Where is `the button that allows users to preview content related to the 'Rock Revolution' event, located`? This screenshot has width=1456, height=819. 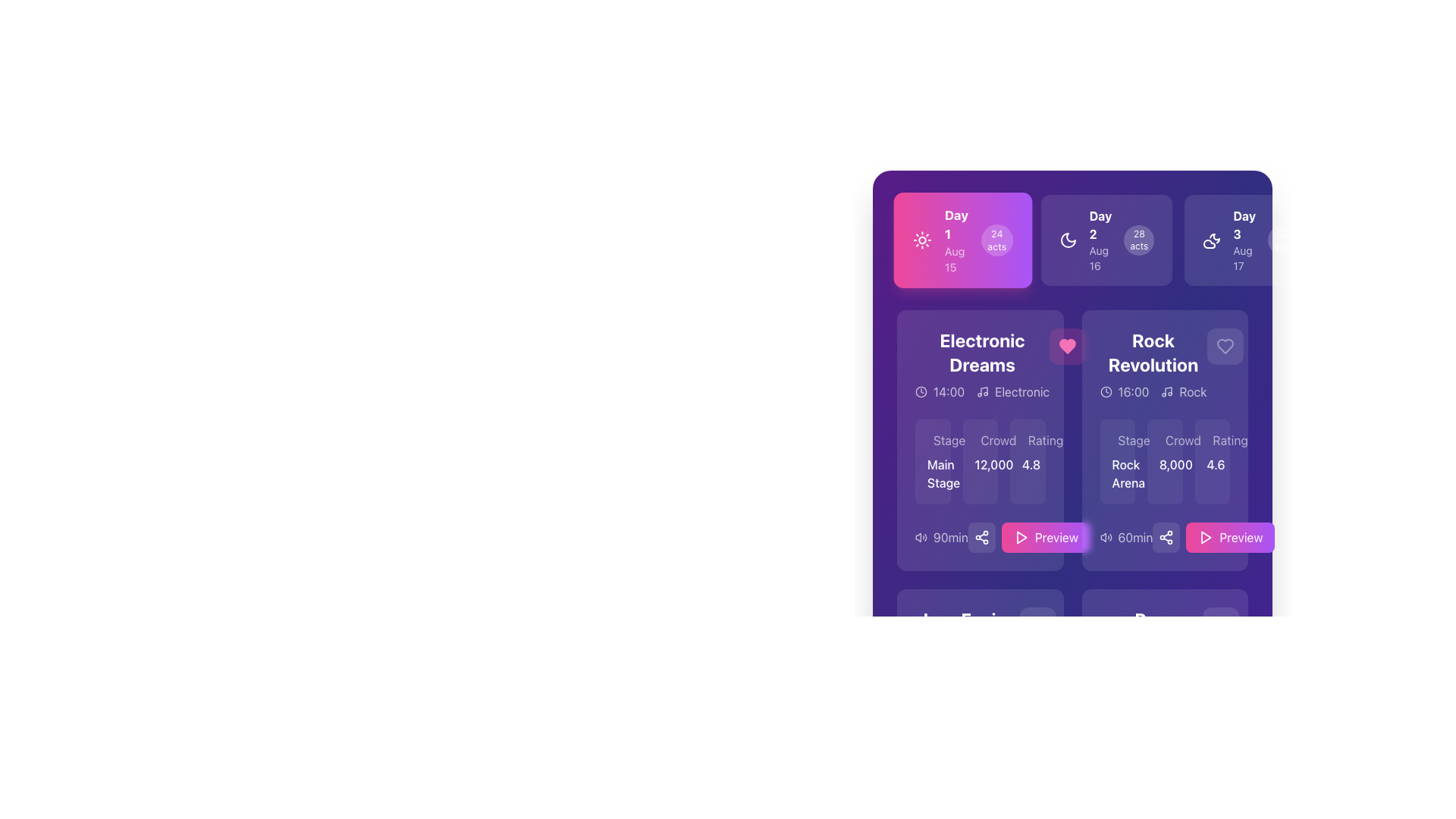
the button that allows users to preview content related to the 'Rock Revolution' event, located is located at coordinates (1230, 537).